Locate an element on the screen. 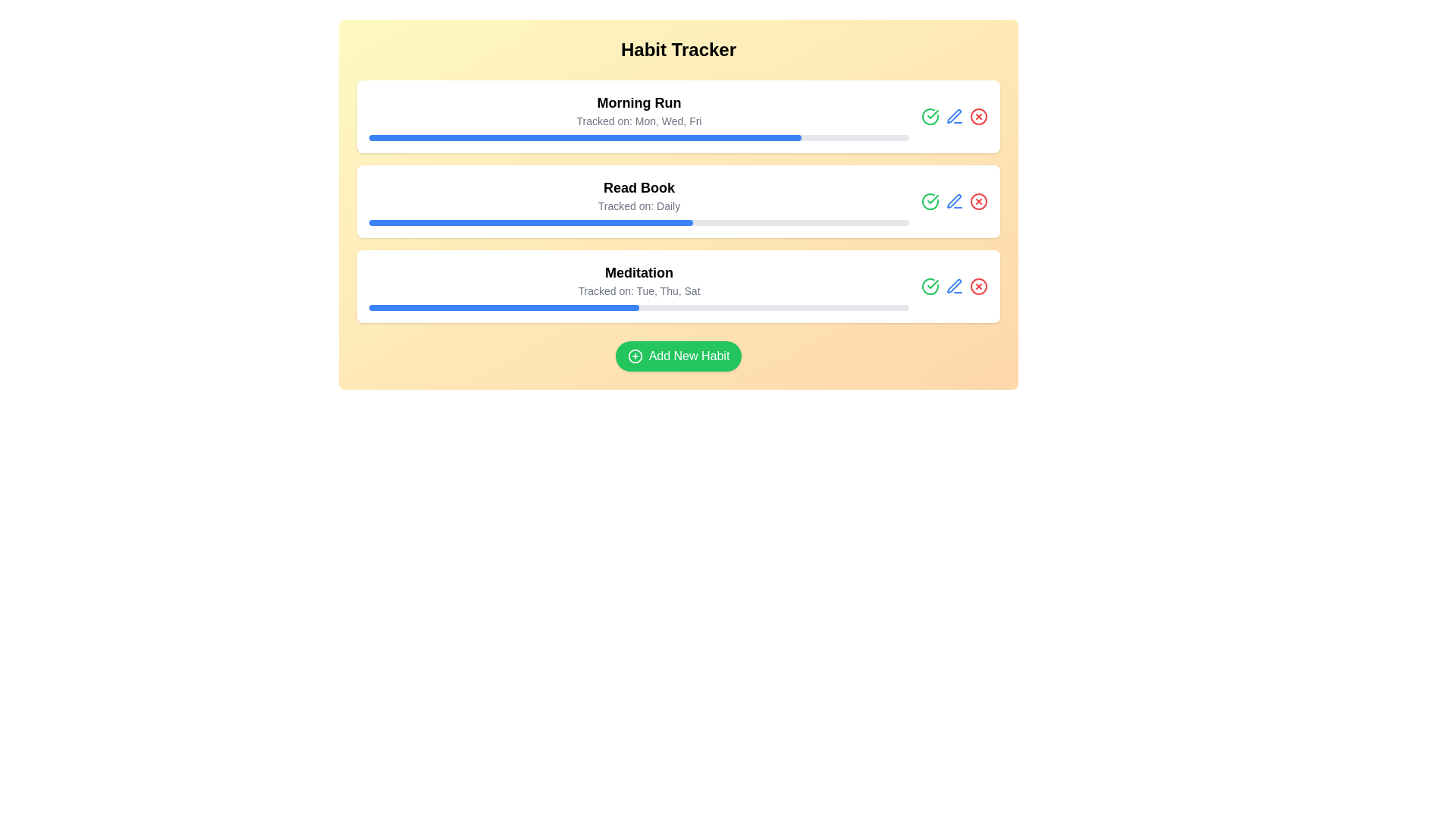  progress value indicated by the width of the blue progress bar located under the 'Morning Run' header is located at coordinates (584, 137).